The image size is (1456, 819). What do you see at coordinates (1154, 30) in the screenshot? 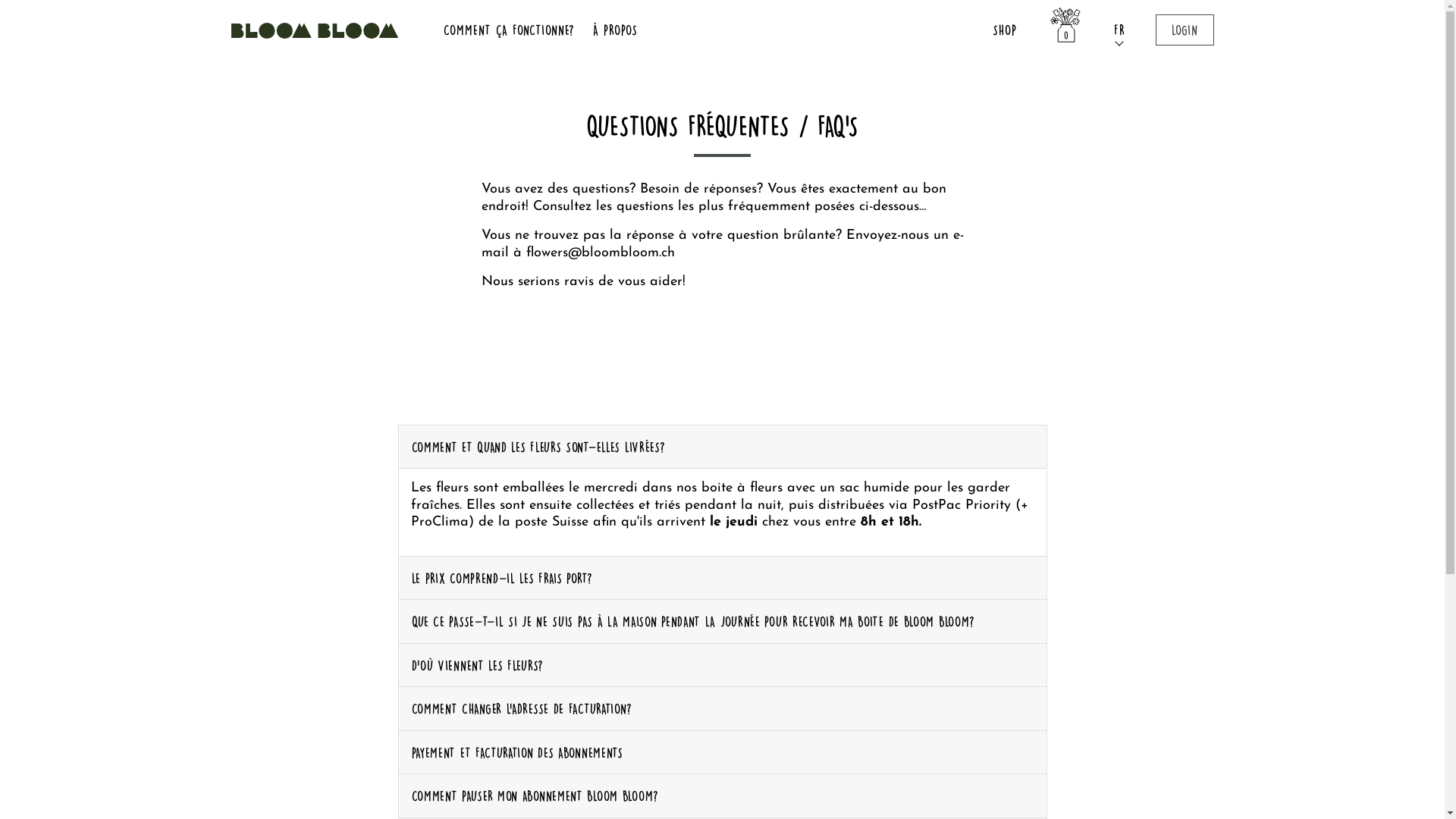
I see `'LOGIN'` at bounding box center [1154, 30].